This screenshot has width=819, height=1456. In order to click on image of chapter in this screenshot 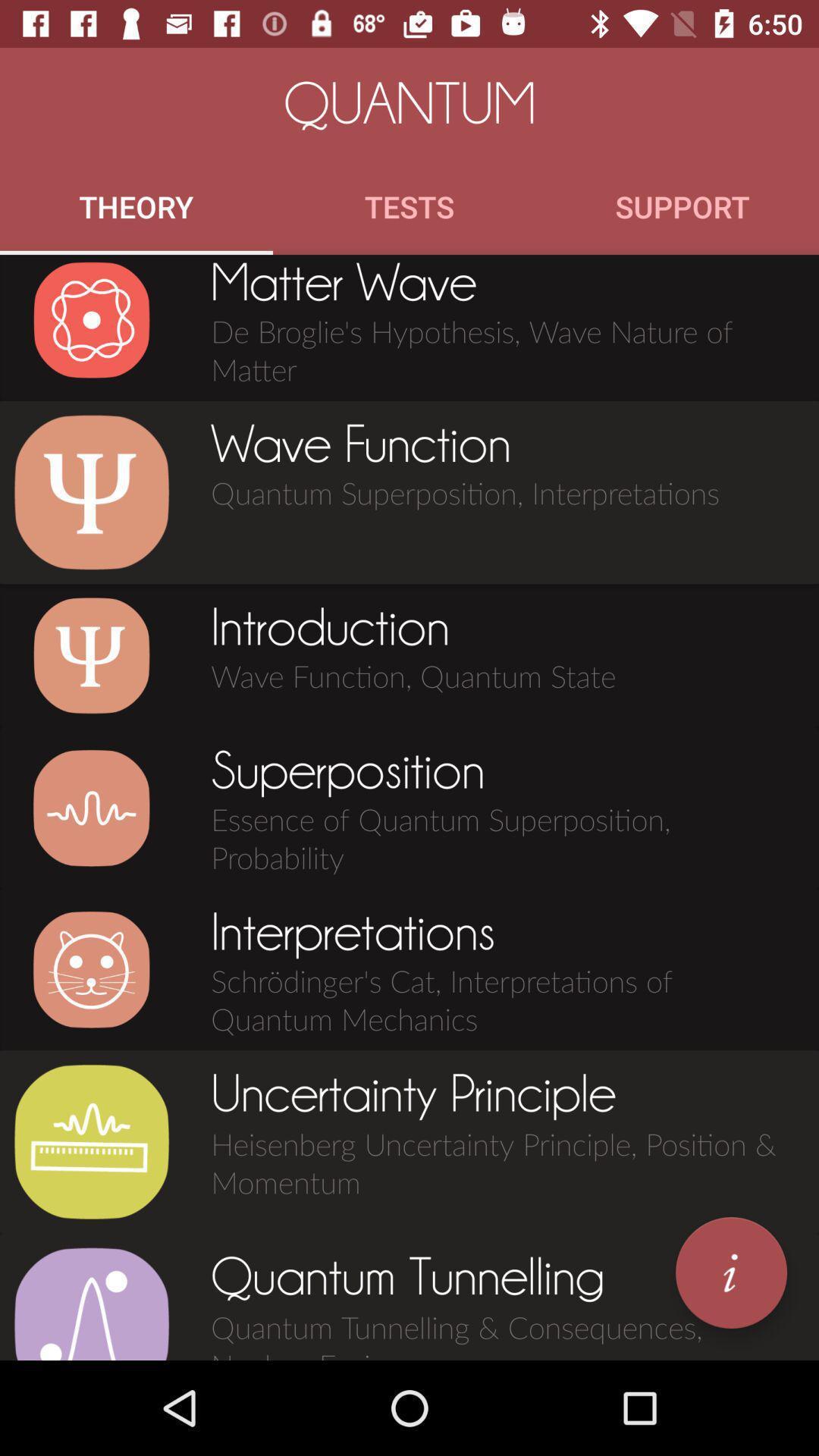, I will do `click(91, 968)`.